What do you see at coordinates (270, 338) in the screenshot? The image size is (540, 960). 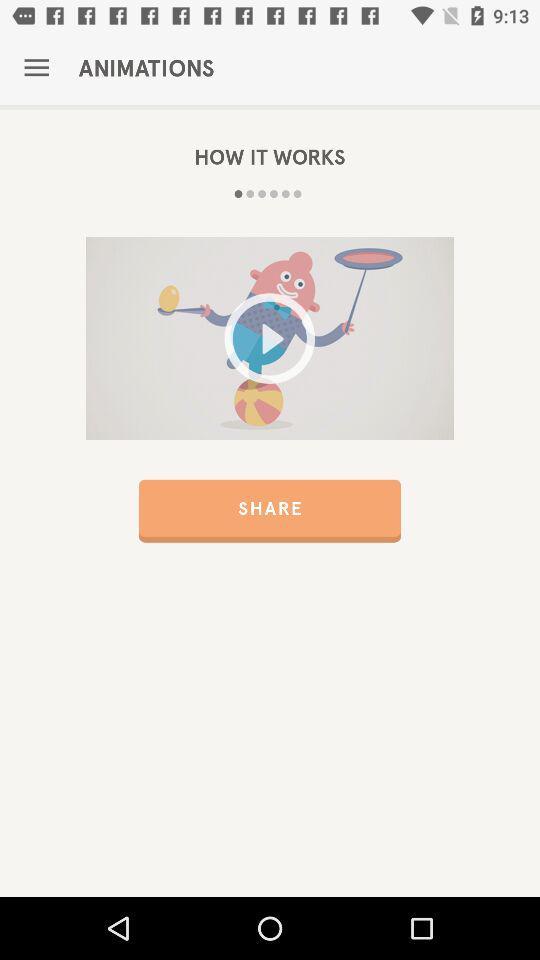 I see `the icon above share` at bounding box center [270, 338].